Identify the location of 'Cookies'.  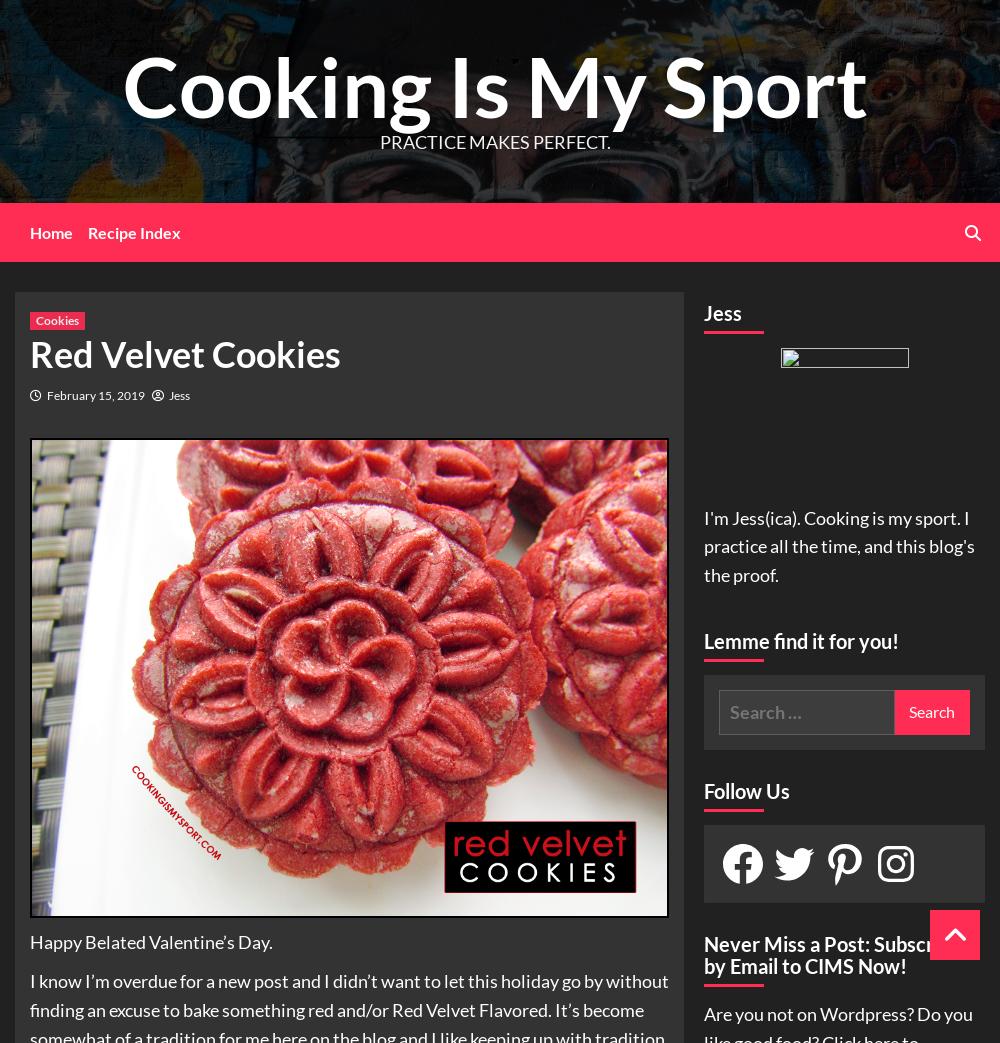
(36, 318).